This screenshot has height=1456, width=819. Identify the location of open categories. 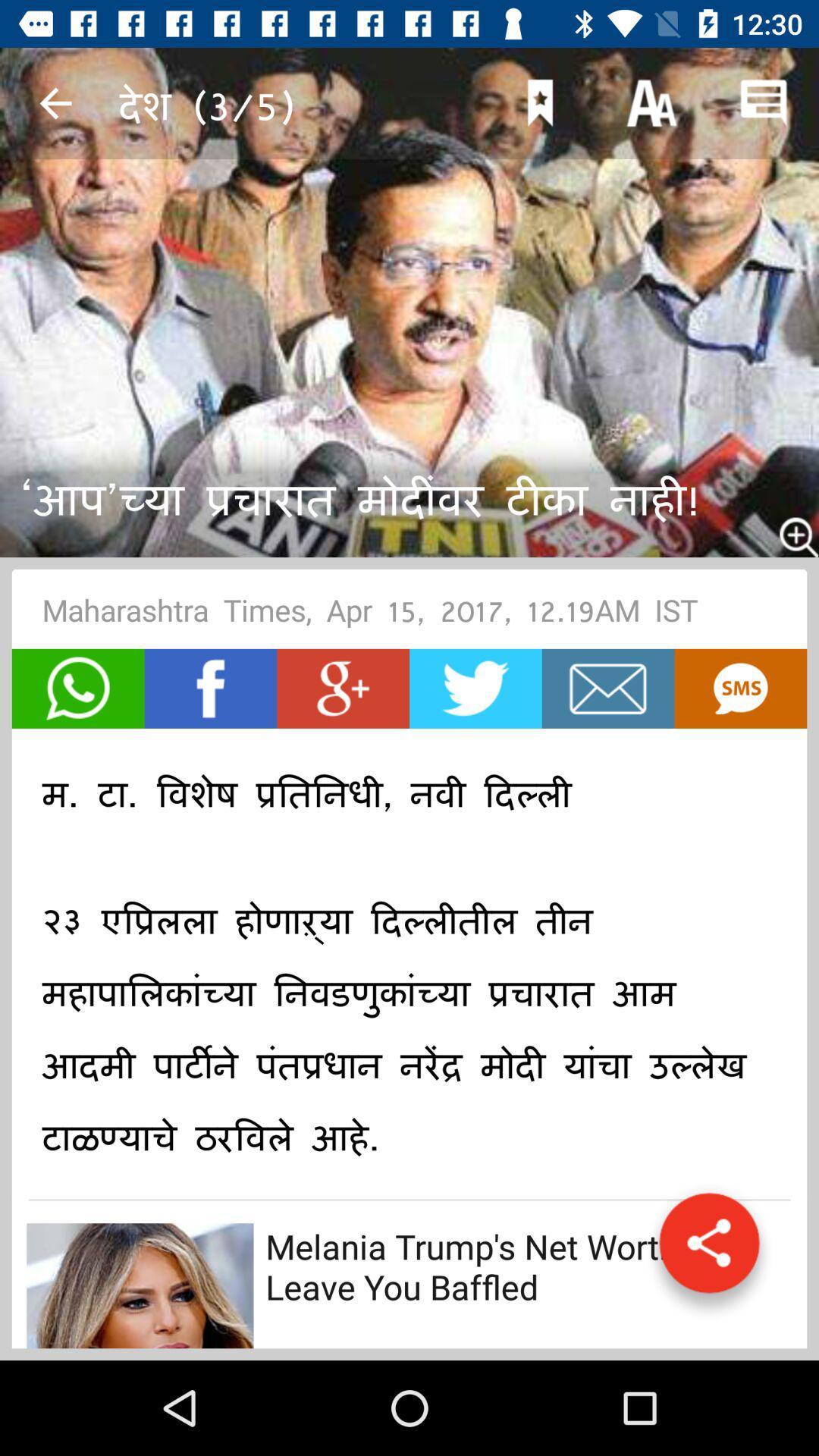
(709, 1250).